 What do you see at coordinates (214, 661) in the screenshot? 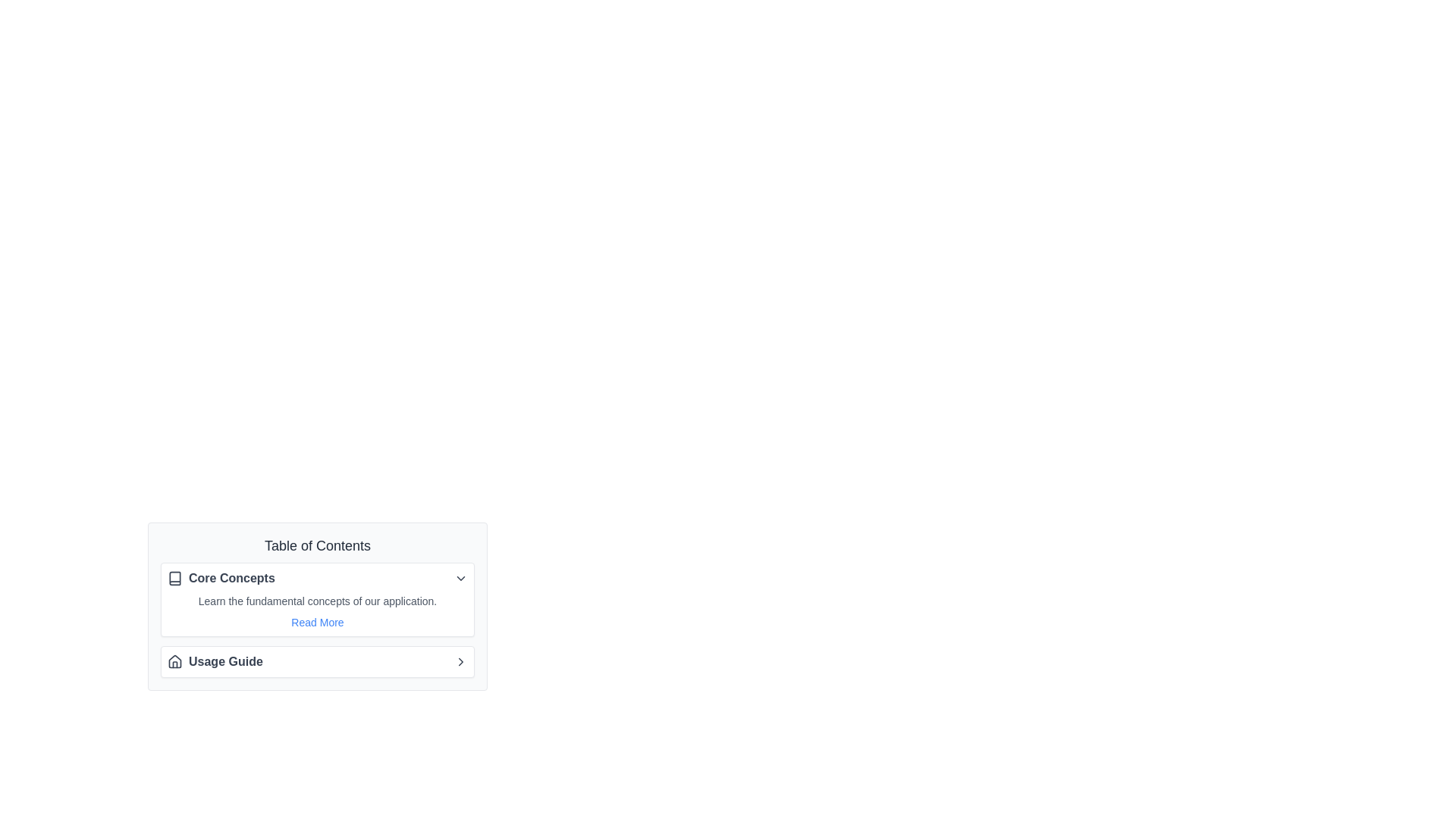
I see `the 'Usage Guide' text element that features a house icon, which is the first item in the 'Core Concepts' section and is centrally positioned at the bottom of the displayed panel` at bounding box center [214, 661].